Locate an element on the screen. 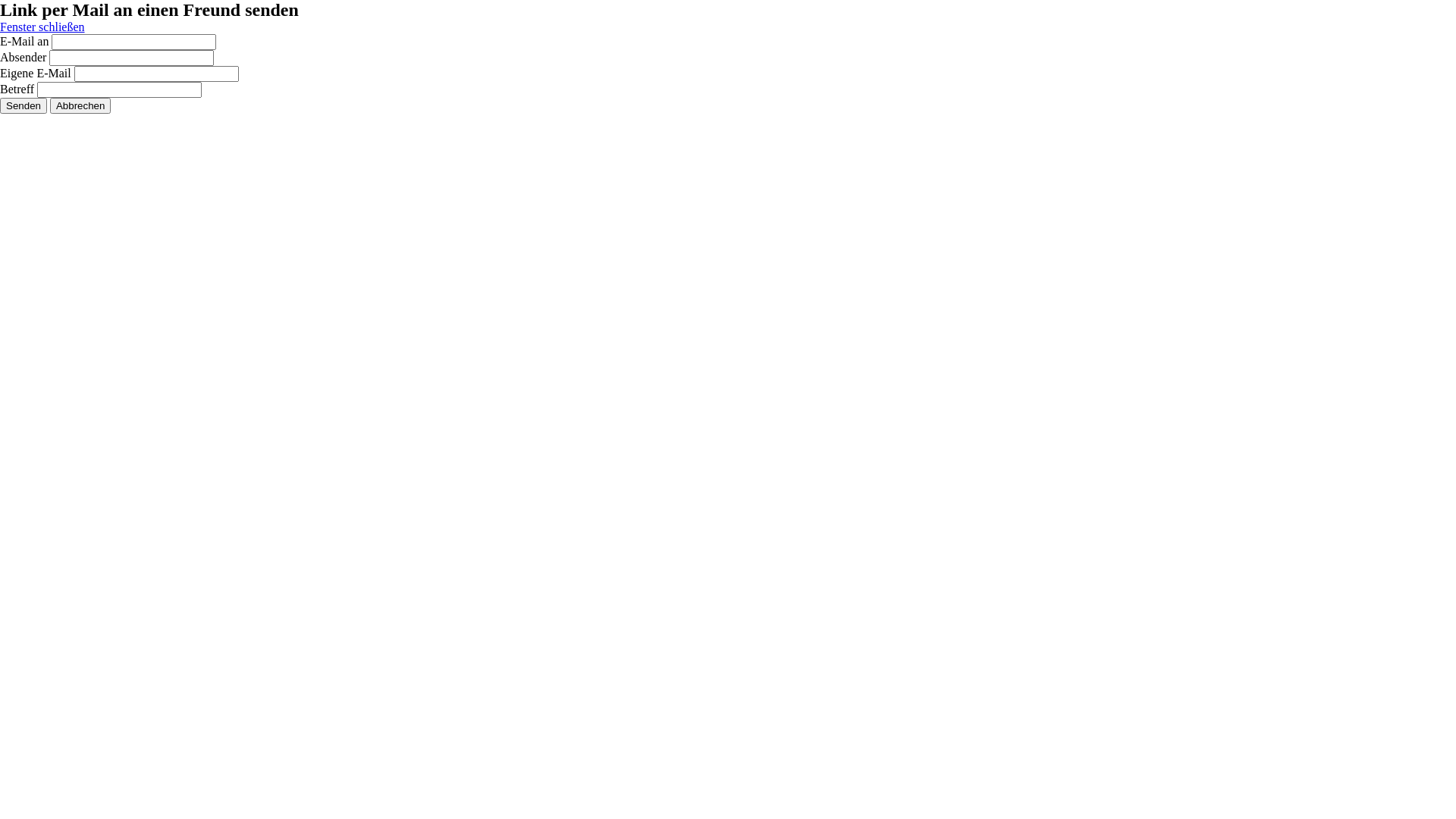  'Senden' is located at coordinates (23, 105).